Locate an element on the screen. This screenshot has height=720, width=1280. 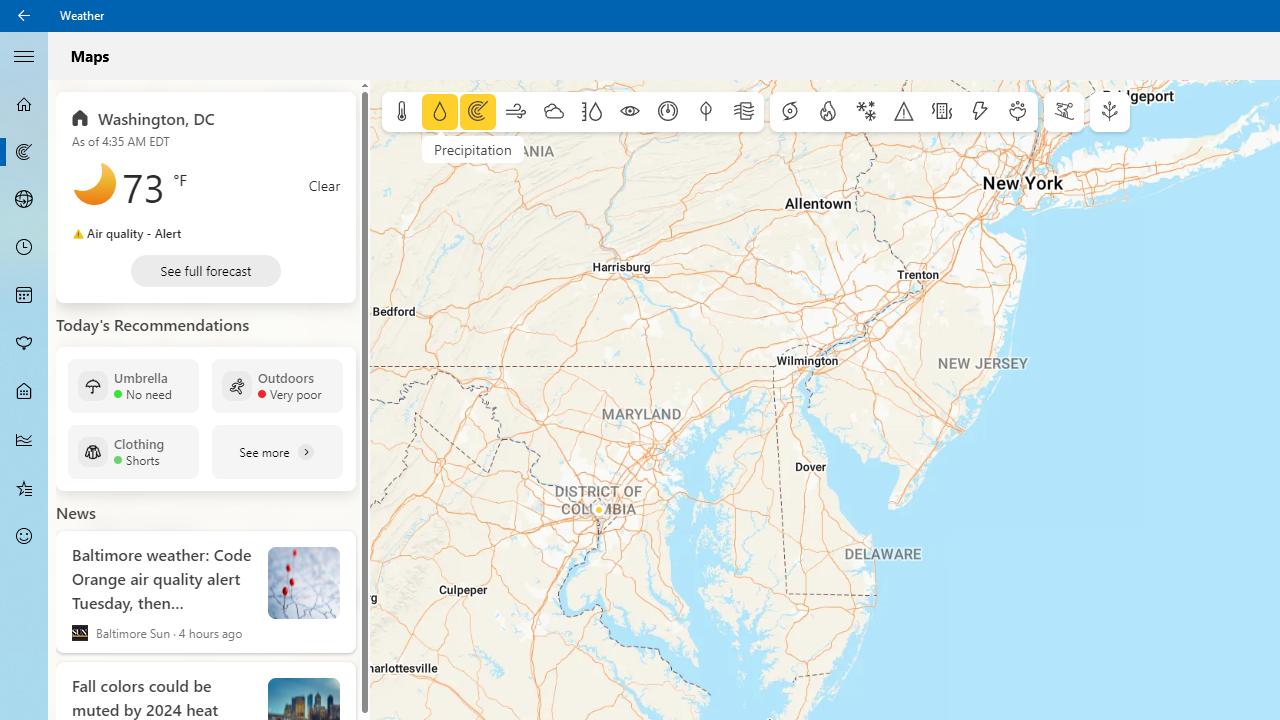
'Pollen - Not Selected' is located at coordinates (24, 342).